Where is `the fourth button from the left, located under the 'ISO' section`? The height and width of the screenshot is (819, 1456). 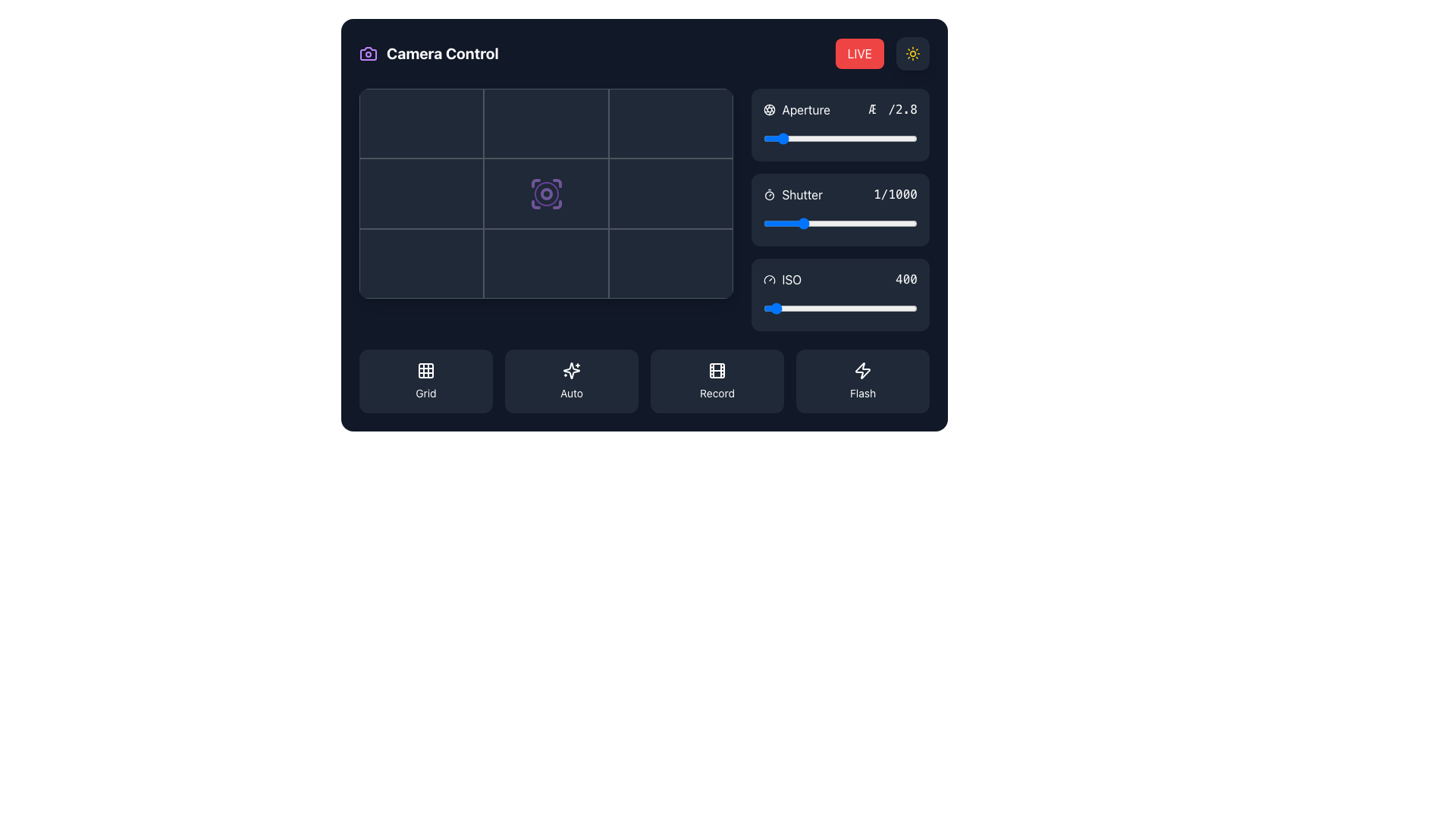
the fourth button from the left, located under the 'ISO' section is located at coordinates (862, 380).